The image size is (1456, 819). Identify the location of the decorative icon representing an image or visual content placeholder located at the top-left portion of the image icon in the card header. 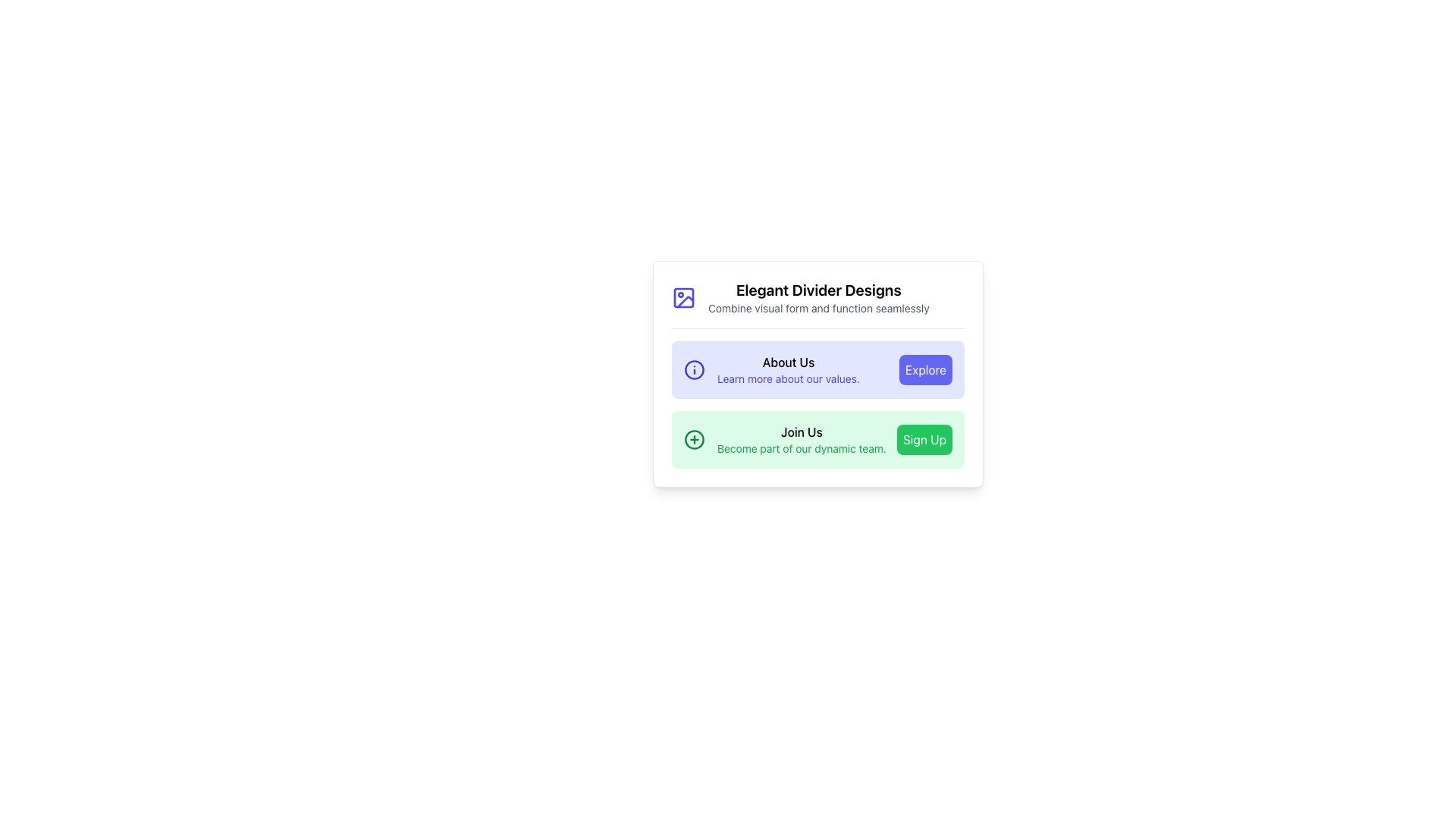
(683, 298).